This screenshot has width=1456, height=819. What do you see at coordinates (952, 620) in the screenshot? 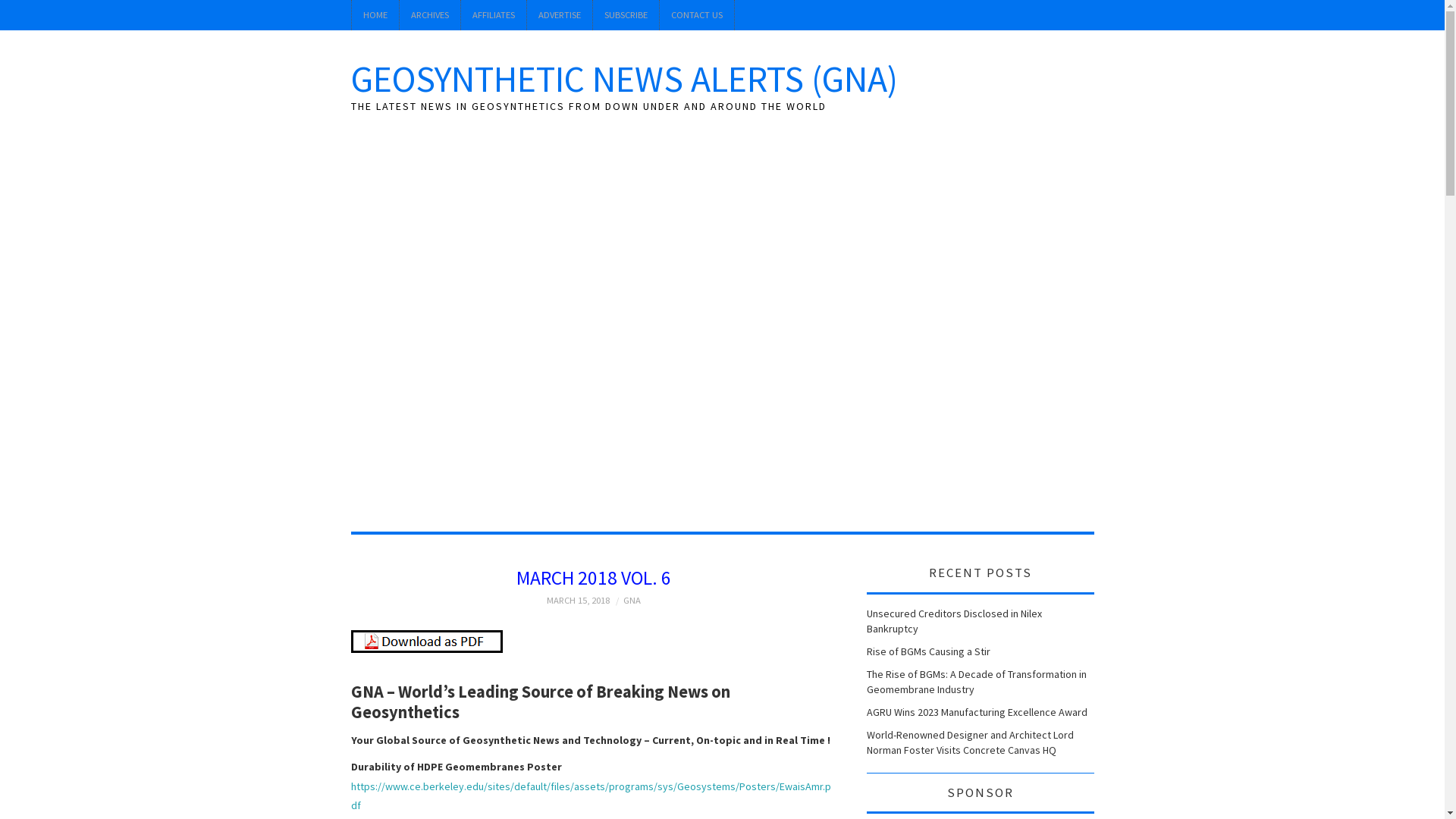
I see `'Unsecured Creditors Disclosed in Nilex Bankruptcy'` at bounding box center [952, 620].